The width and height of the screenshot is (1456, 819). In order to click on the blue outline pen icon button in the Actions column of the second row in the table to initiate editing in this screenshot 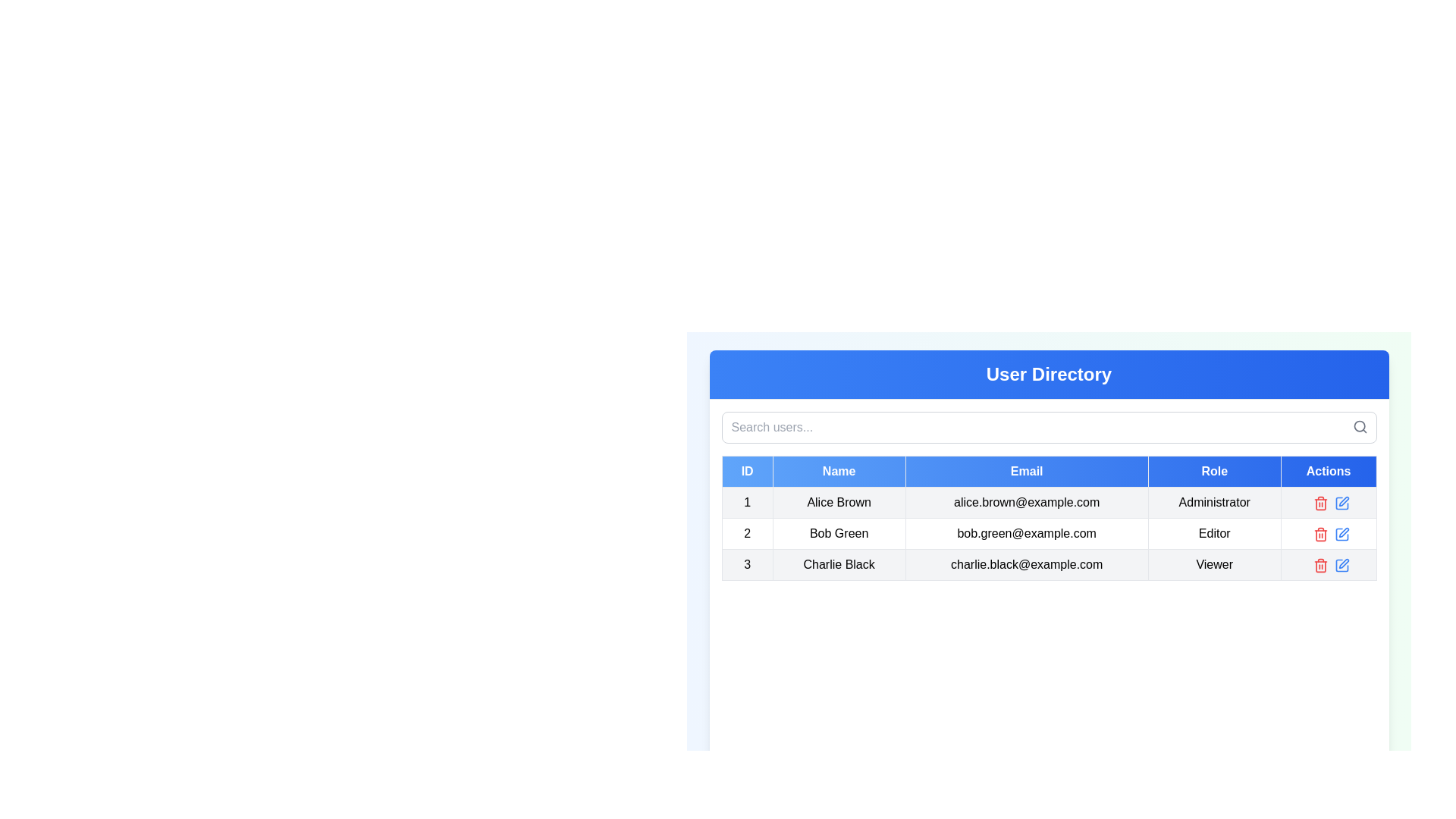, I will do `click(1342, 533)`.